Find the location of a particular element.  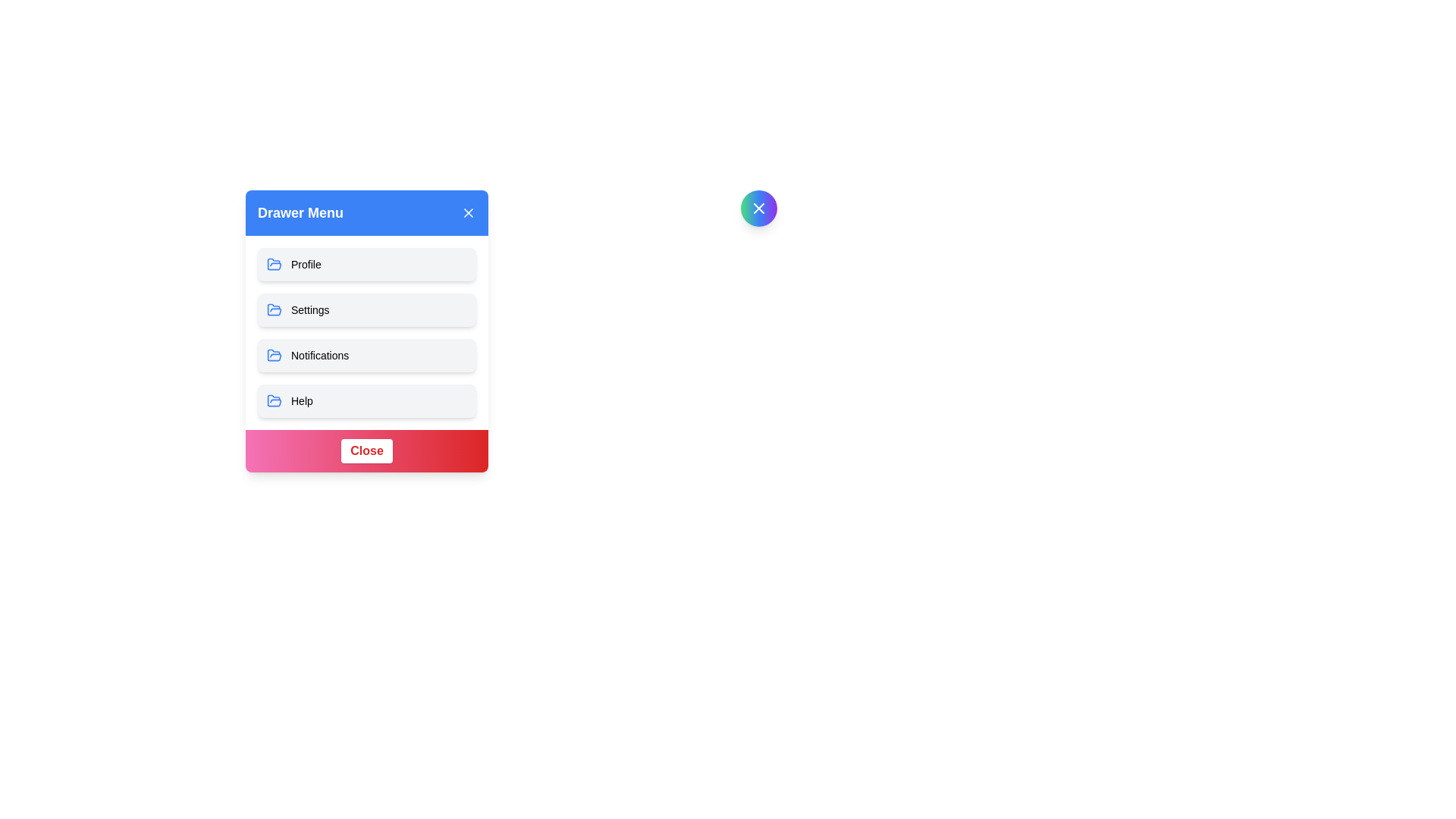

the 'Help' Icon, which is the leftmost component of the menu row labeled 'Help' is located at coordinates (274, 400).